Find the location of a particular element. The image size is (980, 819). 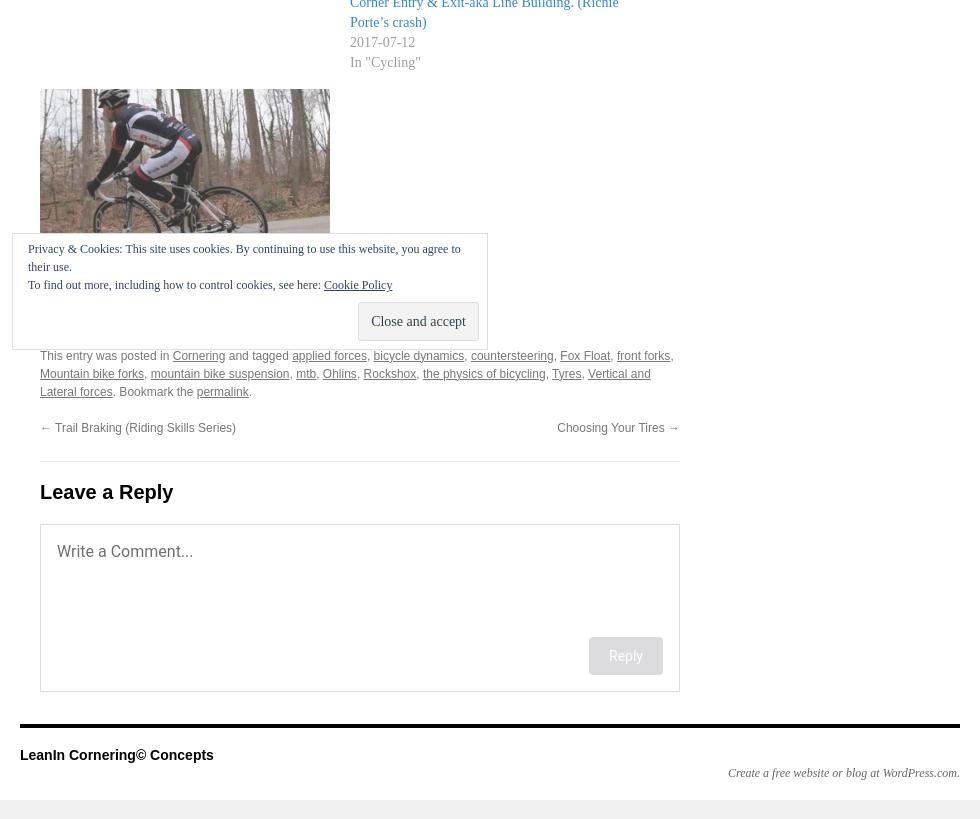

'Cornering' is located at coordinates (198, 354).